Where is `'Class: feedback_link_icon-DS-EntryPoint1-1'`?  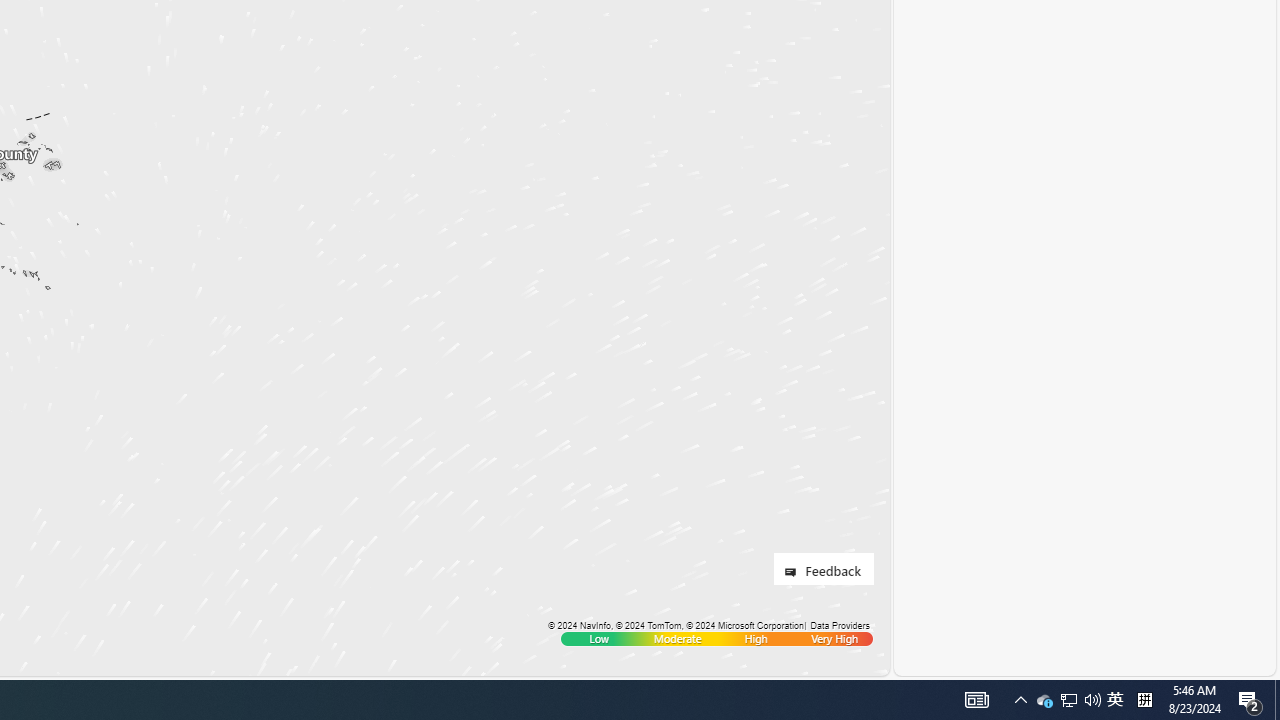
'Class: feedback_link_icon-DS-EntryPoint1-1' is located at coordinates (793, 572).